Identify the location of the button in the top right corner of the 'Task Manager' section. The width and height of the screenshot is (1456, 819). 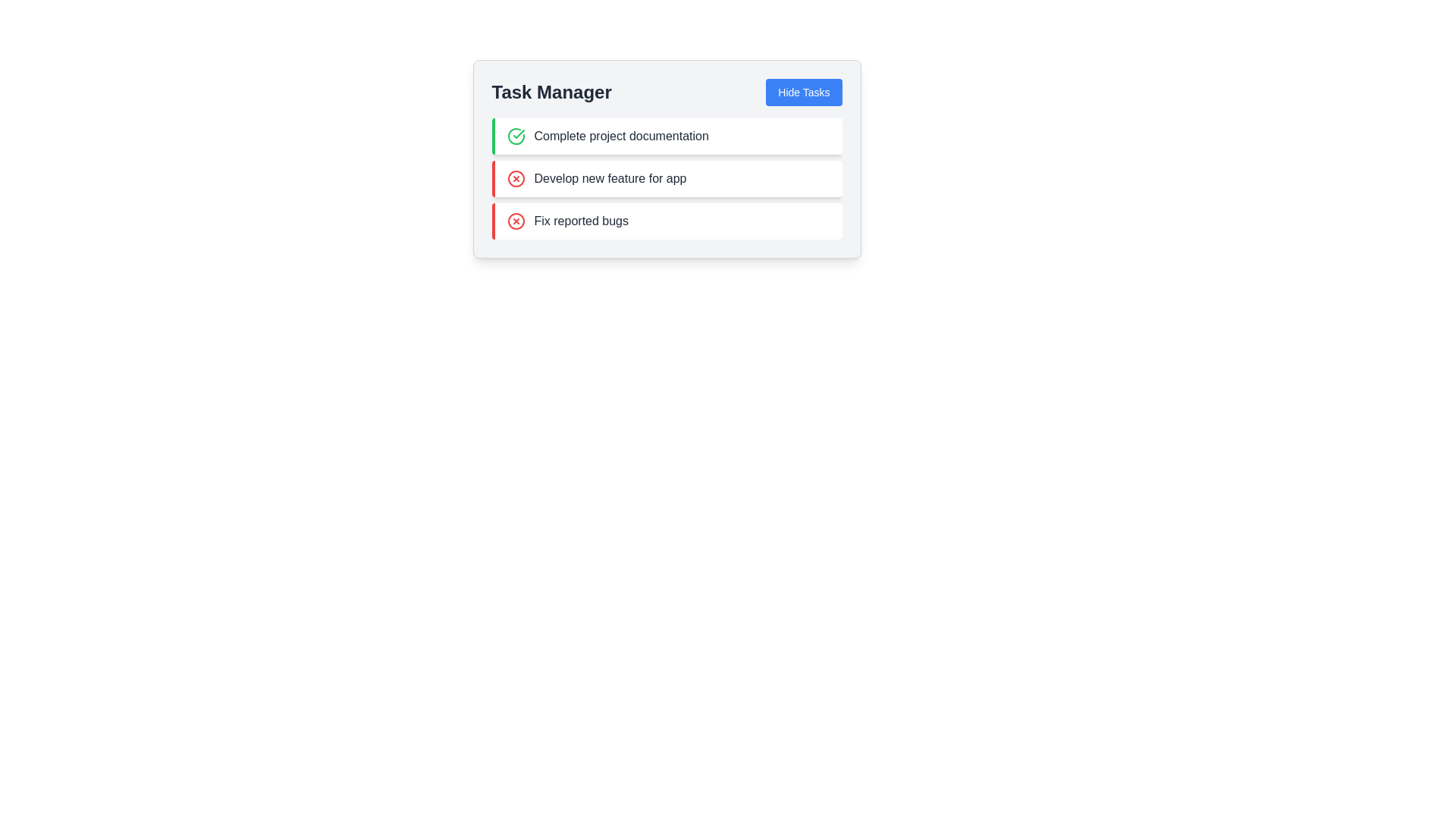
(803, 93).